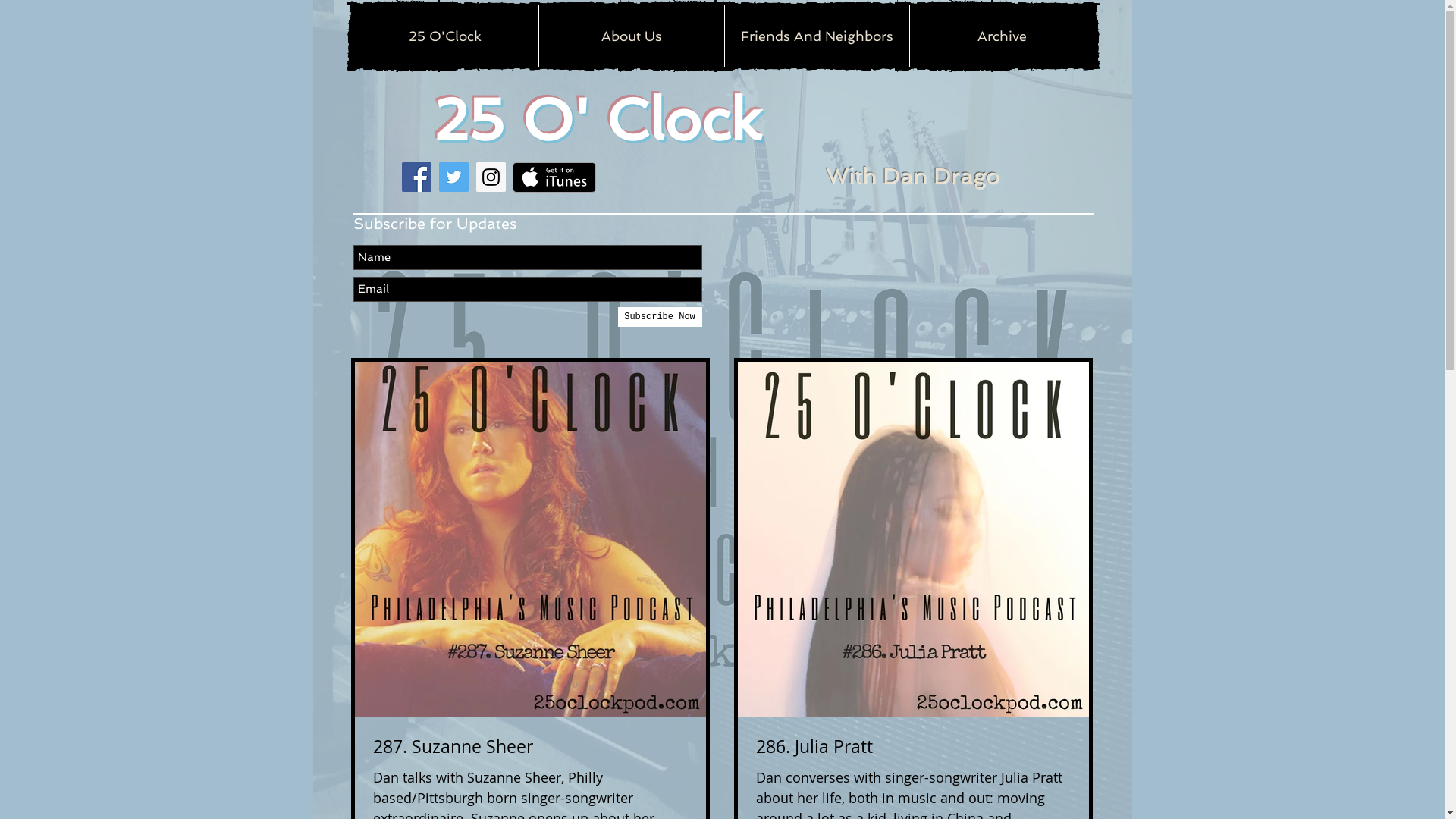 Image resolution: width=1456 pixels, height=819 pixels. Describe the element at coordinates (908, 35) in the screenshot. I see `'Archive'` at that location.